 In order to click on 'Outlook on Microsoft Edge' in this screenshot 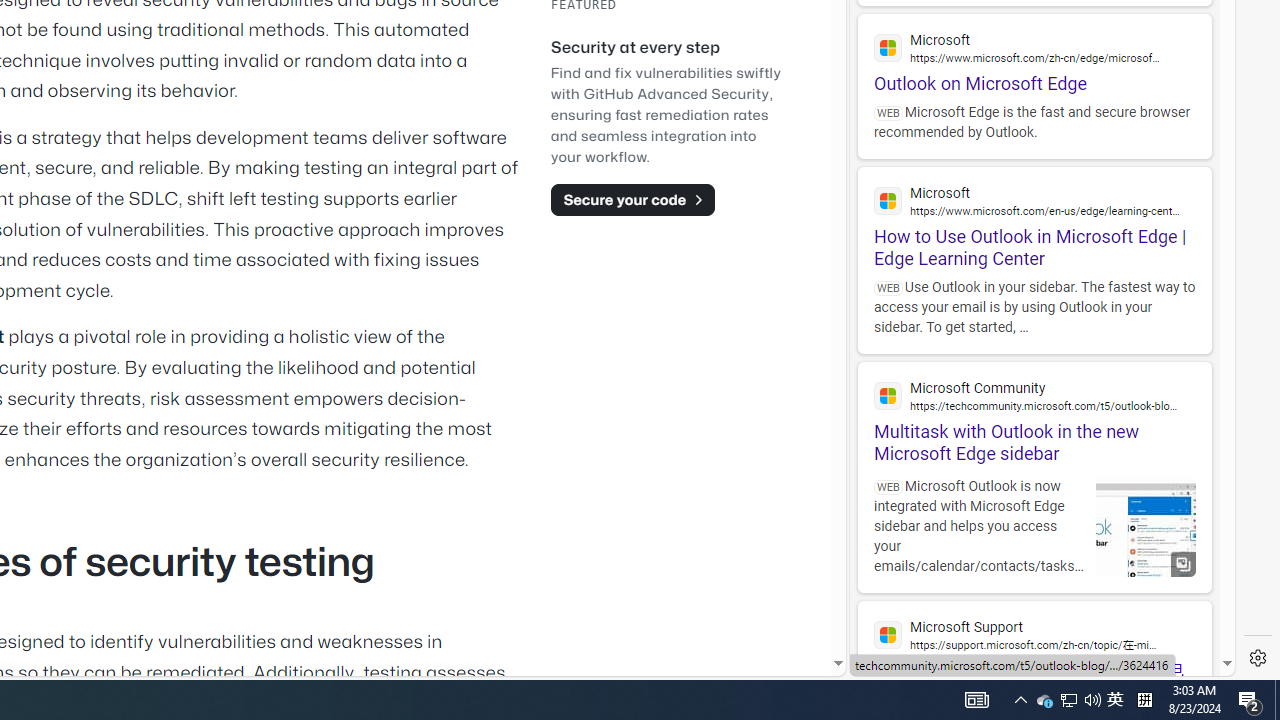, I will do `click(1034, 53)`.